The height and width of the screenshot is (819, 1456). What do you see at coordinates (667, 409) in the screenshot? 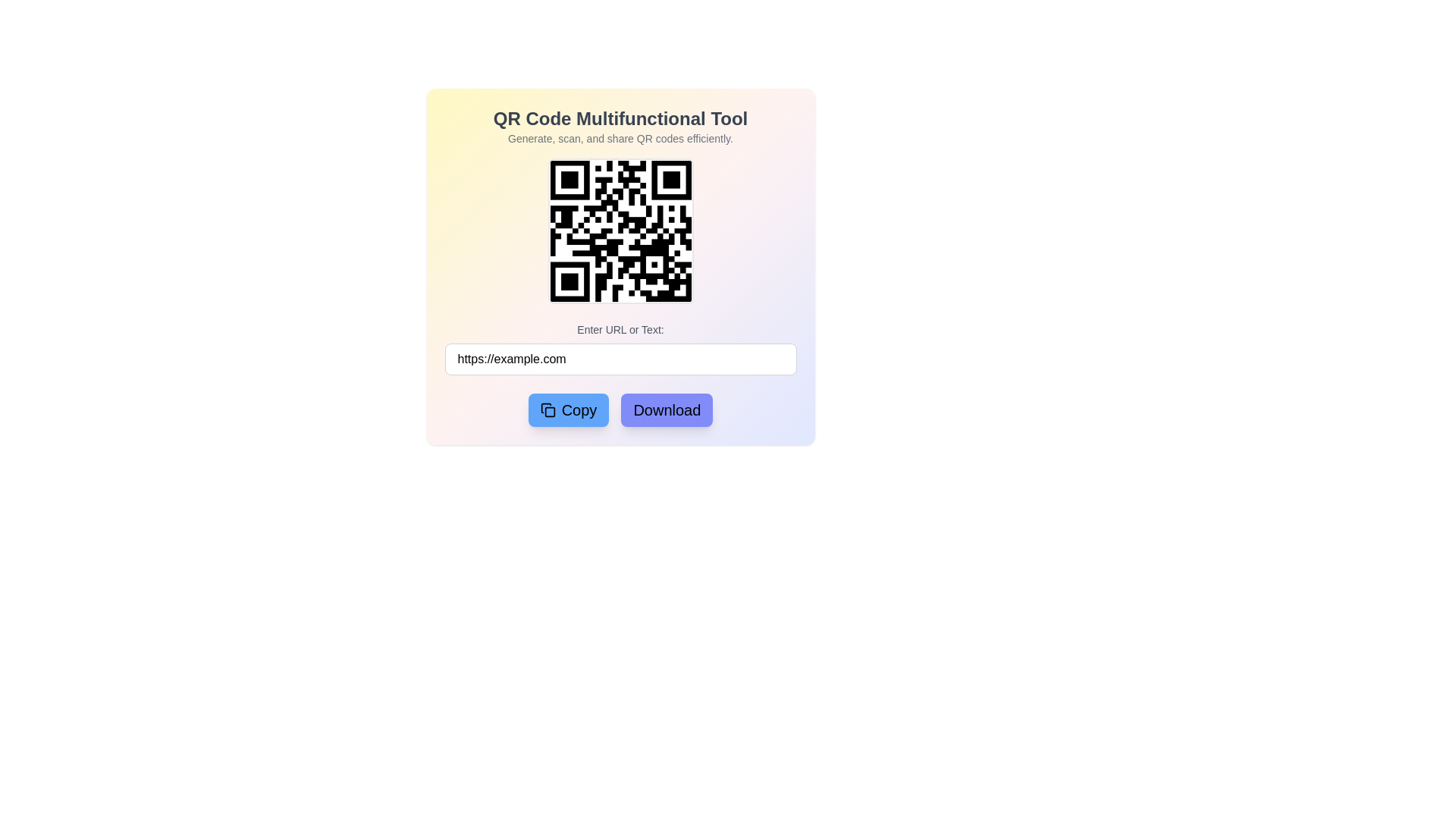
I see `the download button located to the right of the 'Copy' button in the lower center of the interface` at bounding box center [667, 409].